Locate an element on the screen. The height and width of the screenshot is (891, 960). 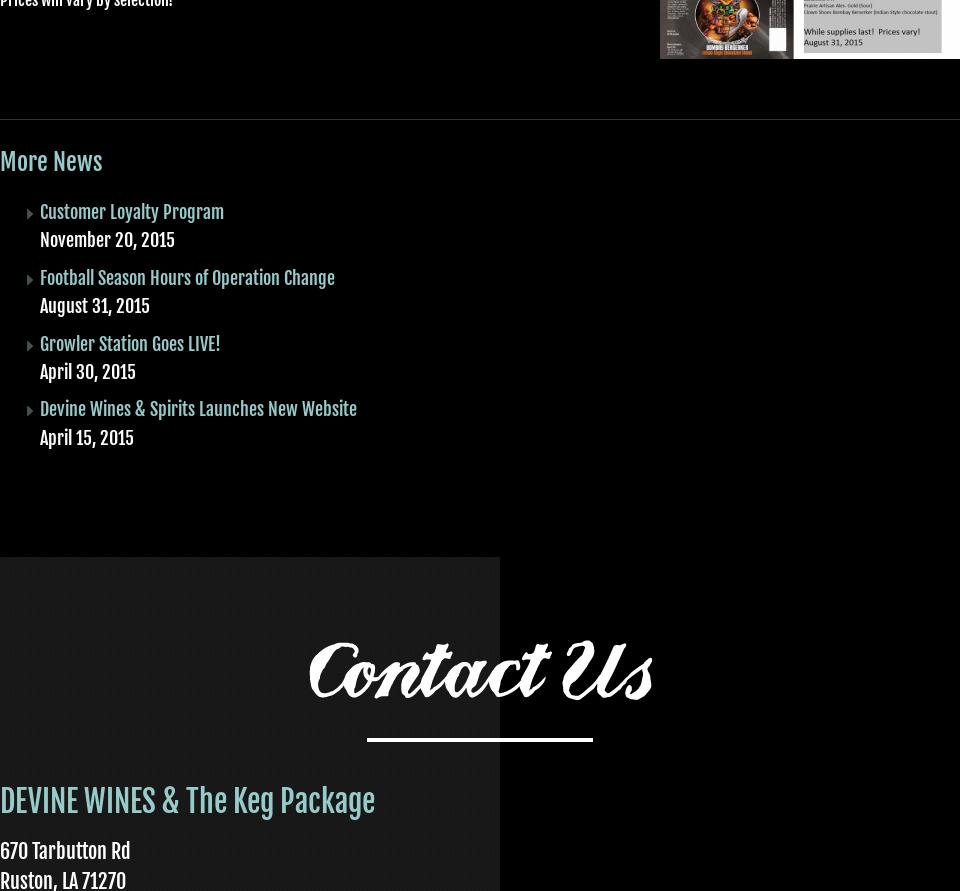
'April 15, 2015' is located at coordinates (86, 437).